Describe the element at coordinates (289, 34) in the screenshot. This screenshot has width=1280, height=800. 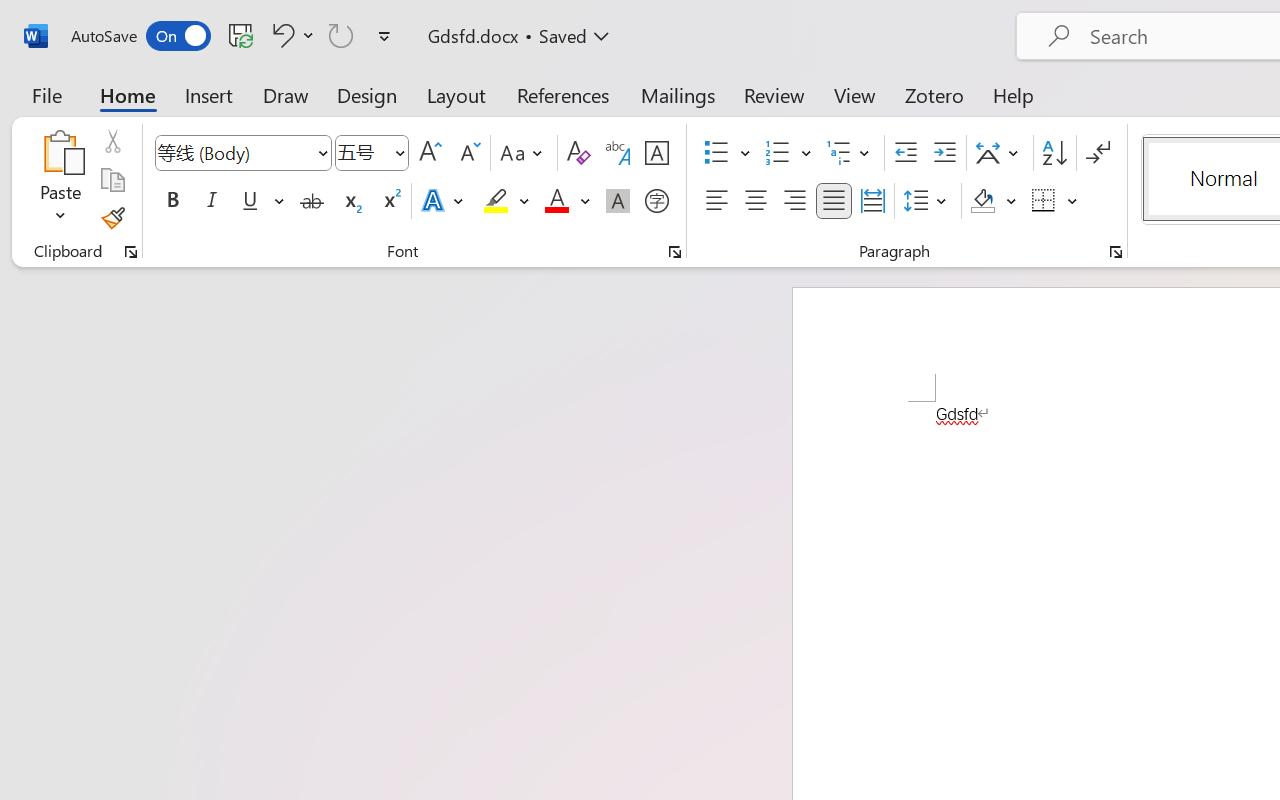
I see `'Undo Apply Quick Style'` at that location.